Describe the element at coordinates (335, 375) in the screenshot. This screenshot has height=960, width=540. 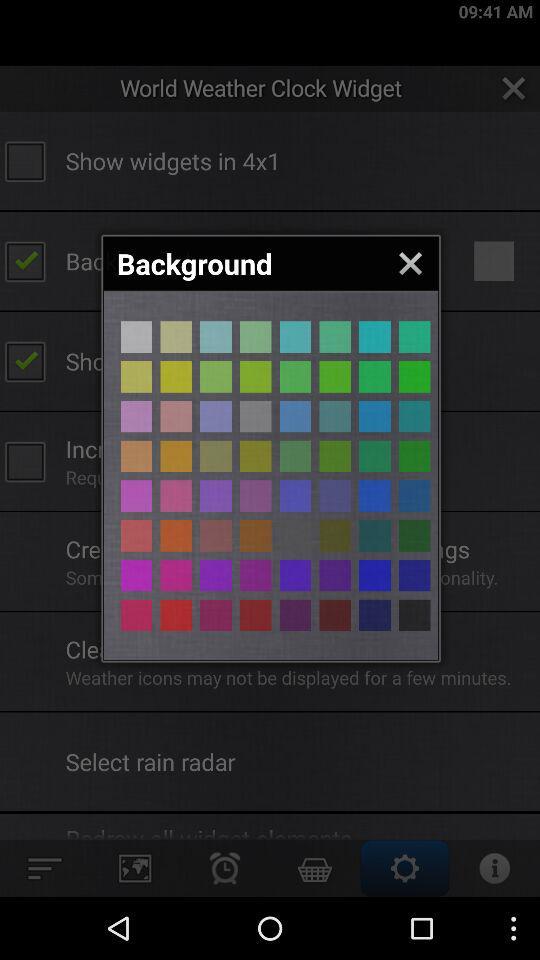
I see `box` at that location.